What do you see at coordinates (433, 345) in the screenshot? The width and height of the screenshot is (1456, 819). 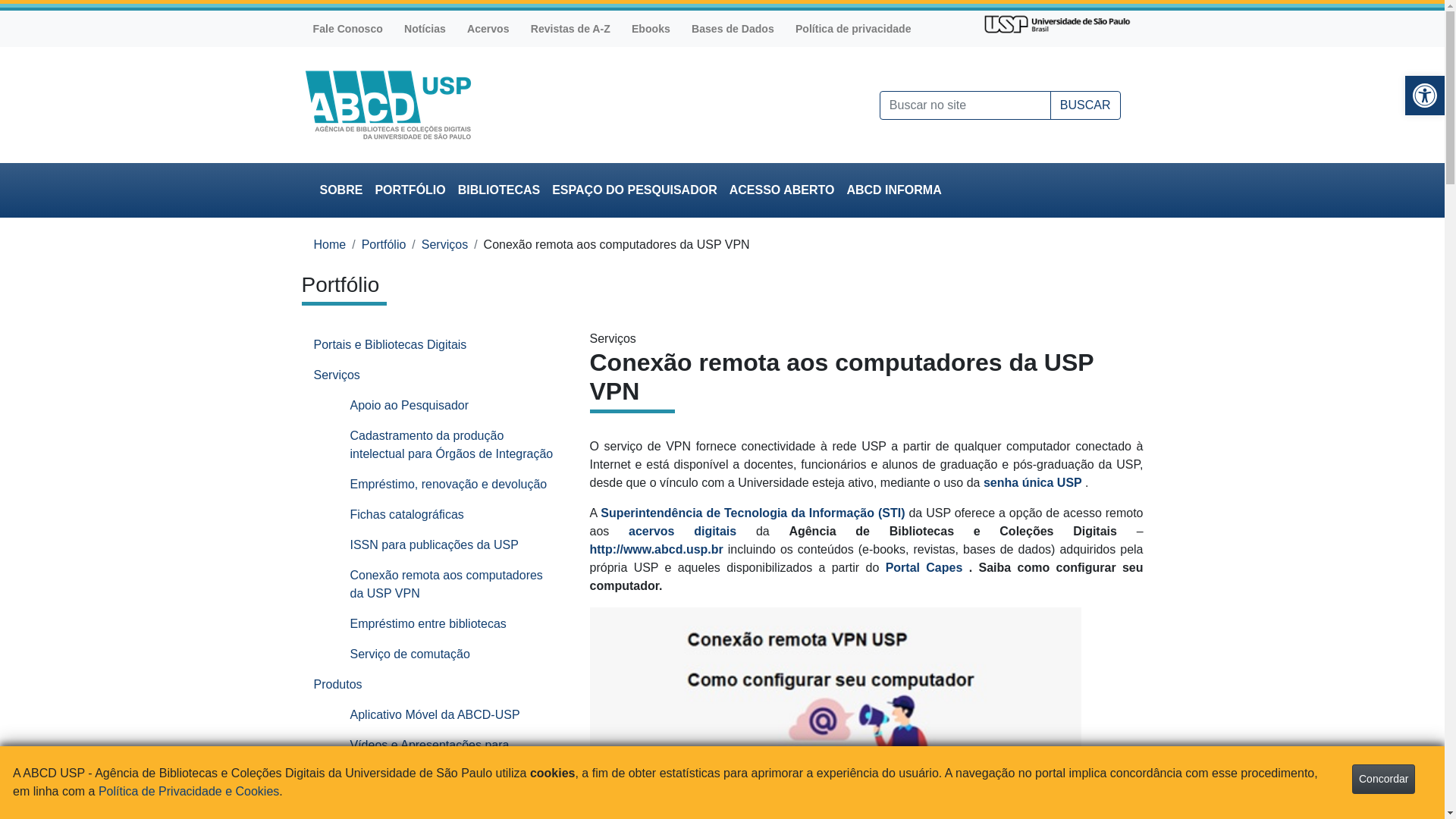 I see `'Portais e Bibliotecas Digitais'` at bounding box center [433, 345].